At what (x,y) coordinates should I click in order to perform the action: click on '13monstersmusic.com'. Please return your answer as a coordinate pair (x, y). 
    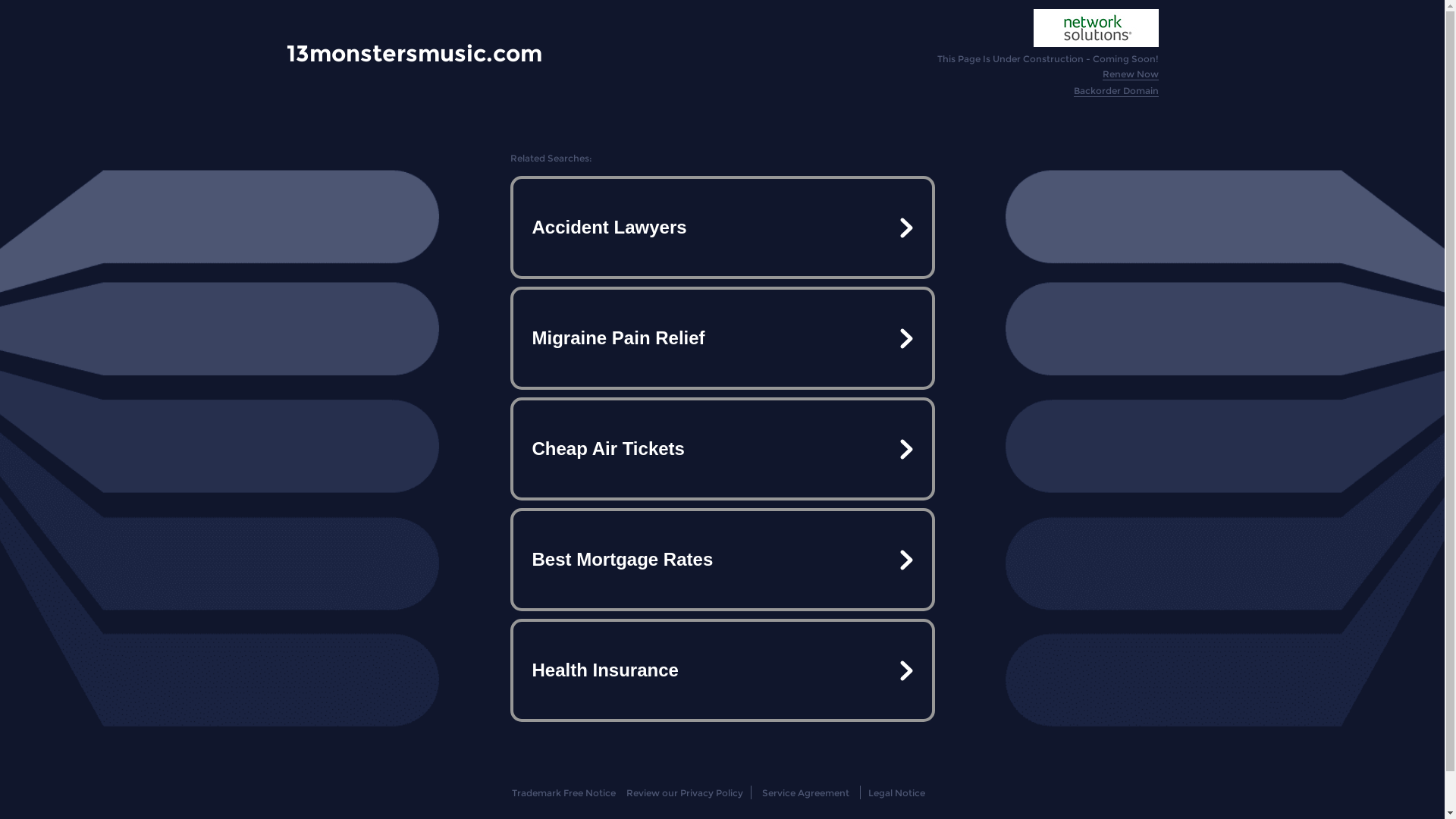
    Looking at the image, I should click on (414, 52).